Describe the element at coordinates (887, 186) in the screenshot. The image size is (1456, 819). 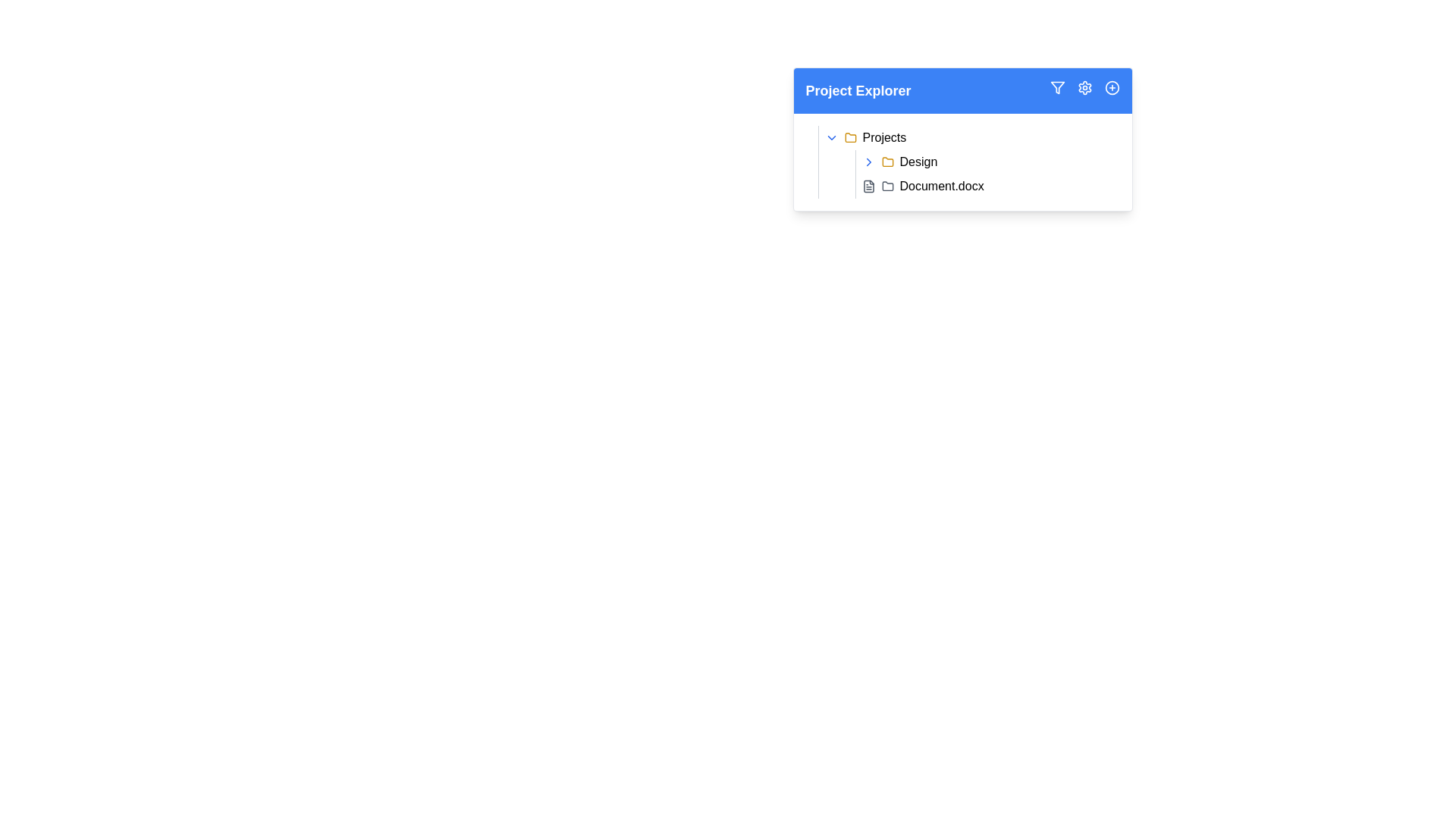
I see `the folder icon indicating the type associated with 'Document.docx', which is the second icon from the left in its row` at that location.